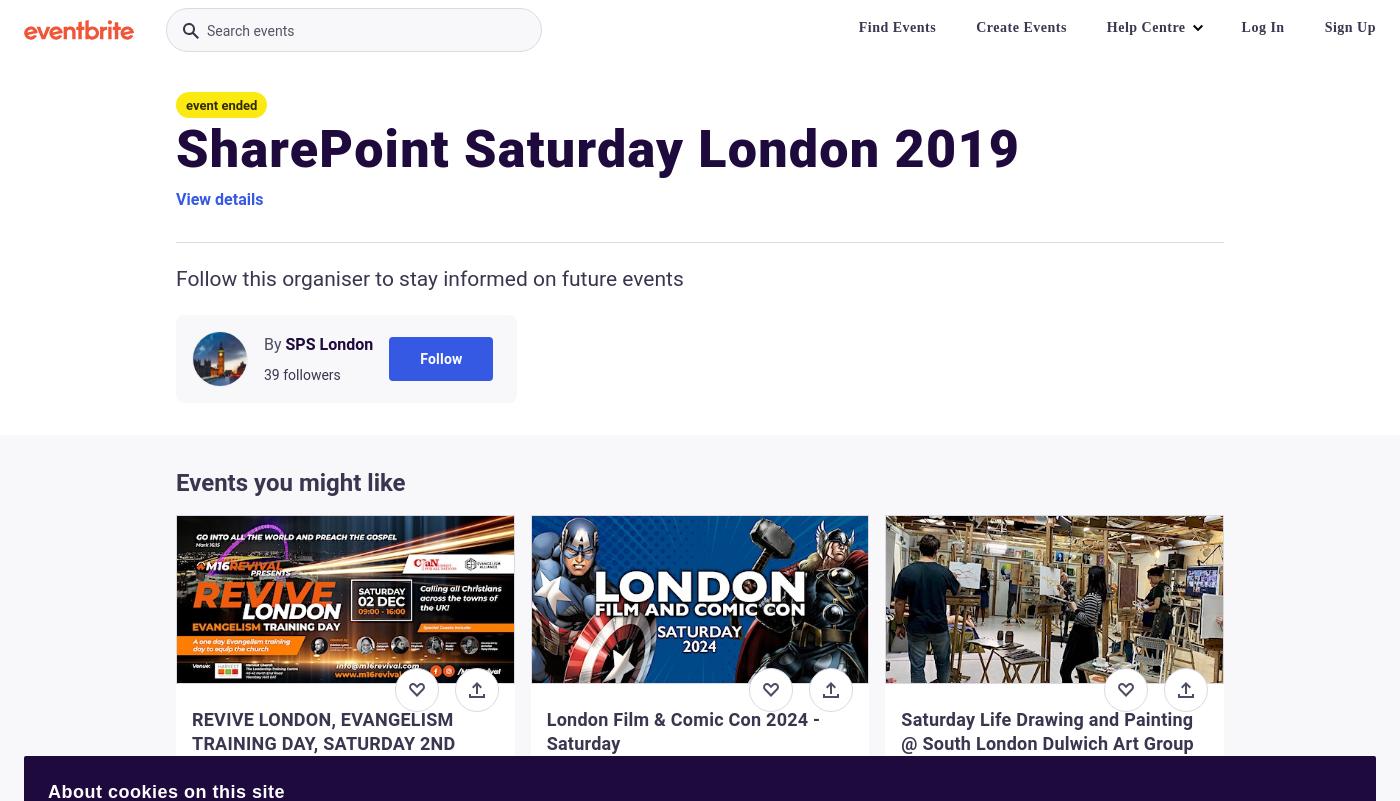 Image resolution: width=1400 pixels, height=801 pixels. What do you see at coordinates (901, 731) in the screenshot?
I see `'Saturday Life Drawing and Painting @ South London Dulwich Art Group'` at bounding box center [901, 731].